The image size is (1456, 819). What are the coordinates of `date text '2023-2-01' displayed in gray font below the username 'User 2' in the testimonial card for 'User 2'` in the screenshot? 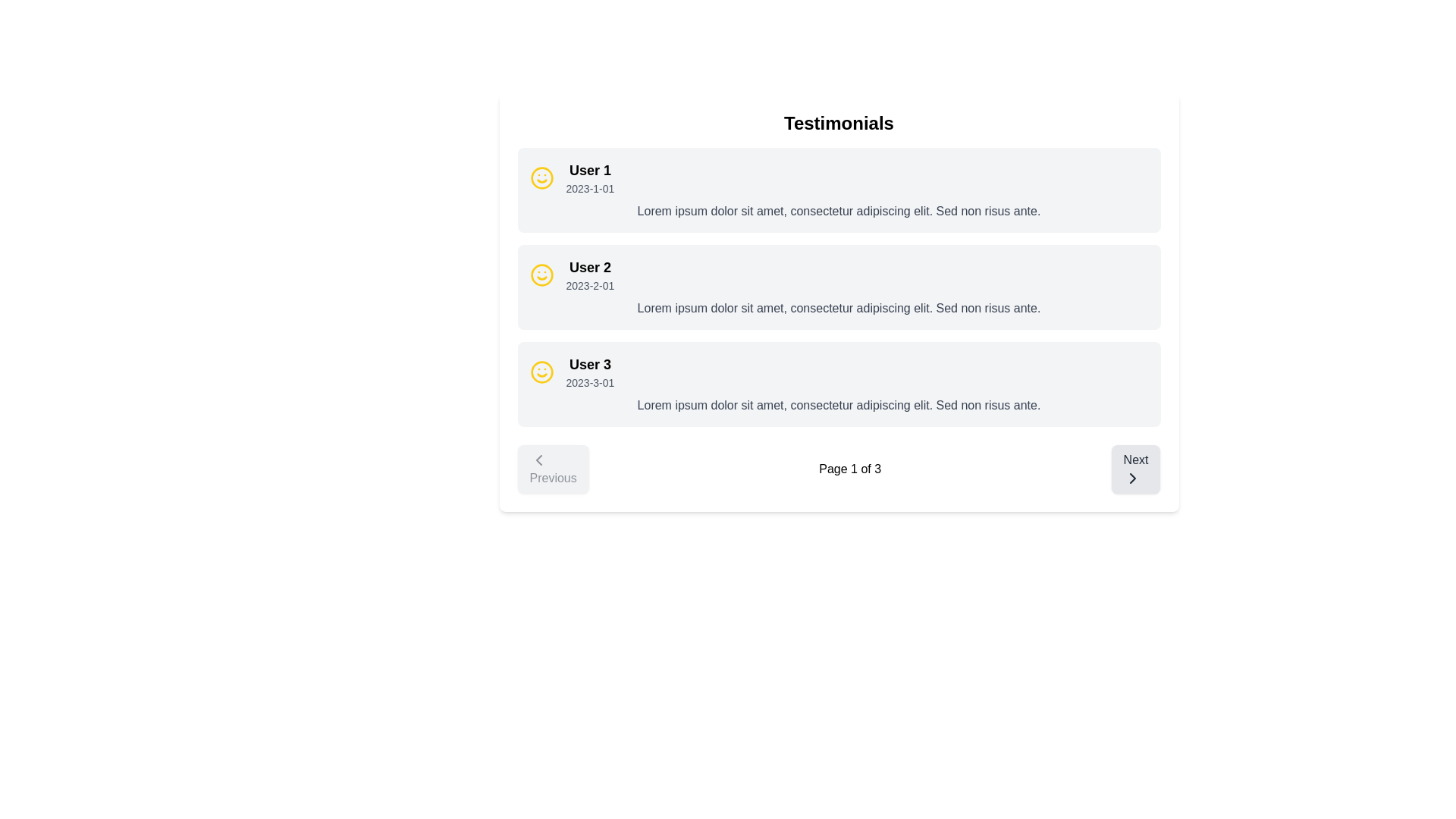 It's located at (589, 286).